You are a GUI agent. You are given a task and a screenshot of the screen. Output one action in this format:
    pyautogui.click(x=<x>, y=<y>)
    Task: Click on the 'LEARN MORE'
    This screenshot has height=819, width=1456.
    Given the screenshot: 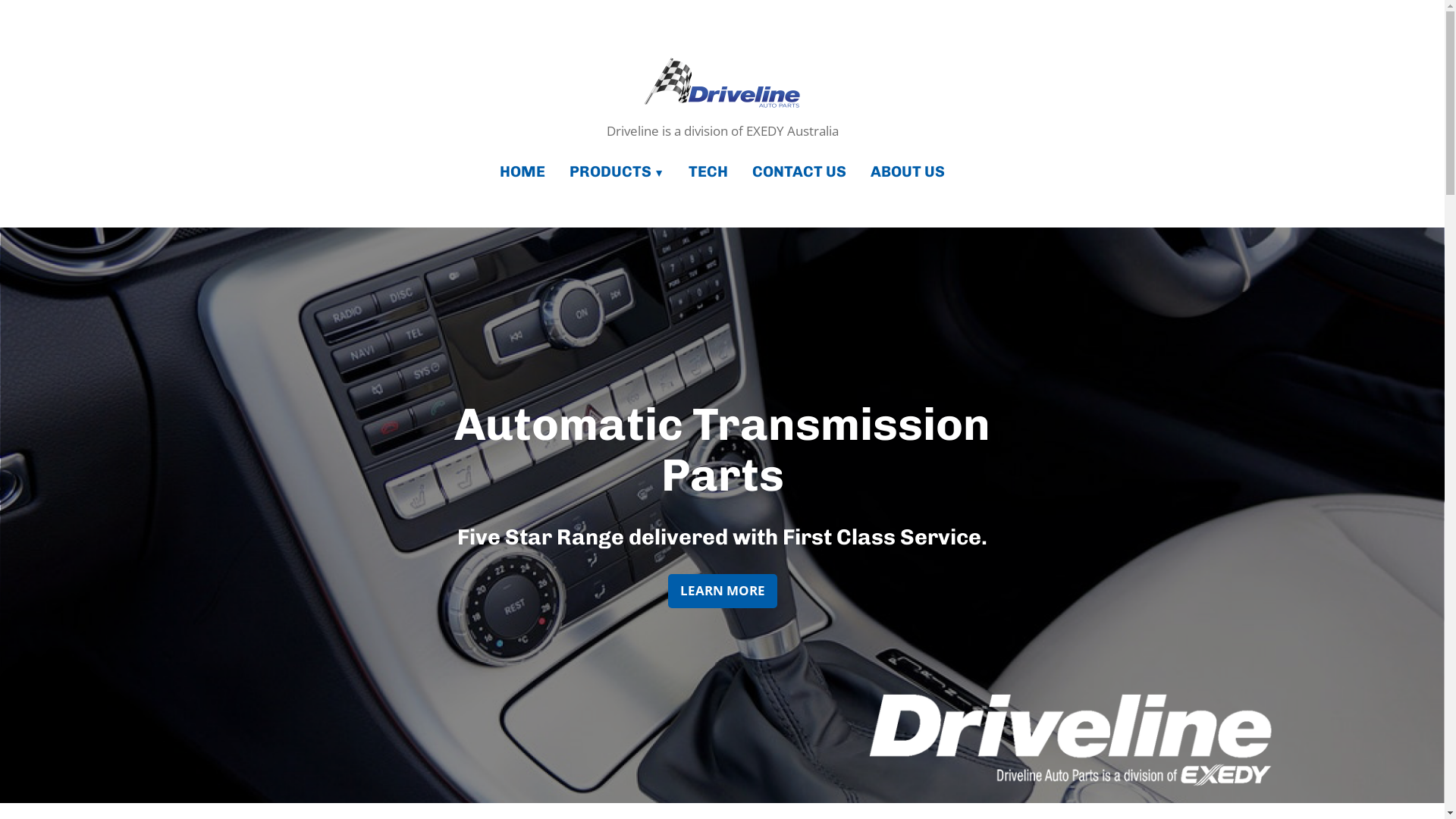 What is the action you would take?
    pyautogui.click(x=720, y=590)
    